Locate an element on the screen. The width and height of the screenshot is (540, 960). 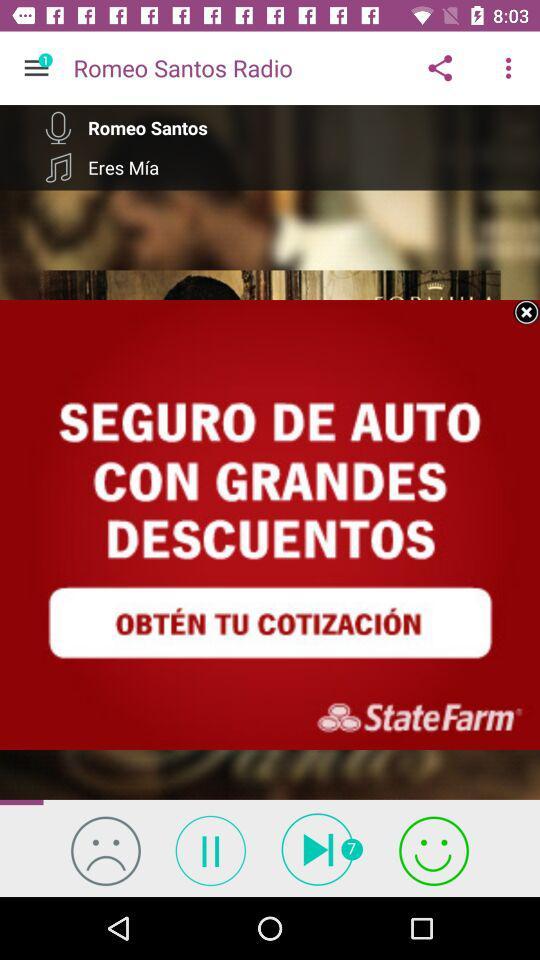
the skip_next icon is located at coordinates (322, 848).